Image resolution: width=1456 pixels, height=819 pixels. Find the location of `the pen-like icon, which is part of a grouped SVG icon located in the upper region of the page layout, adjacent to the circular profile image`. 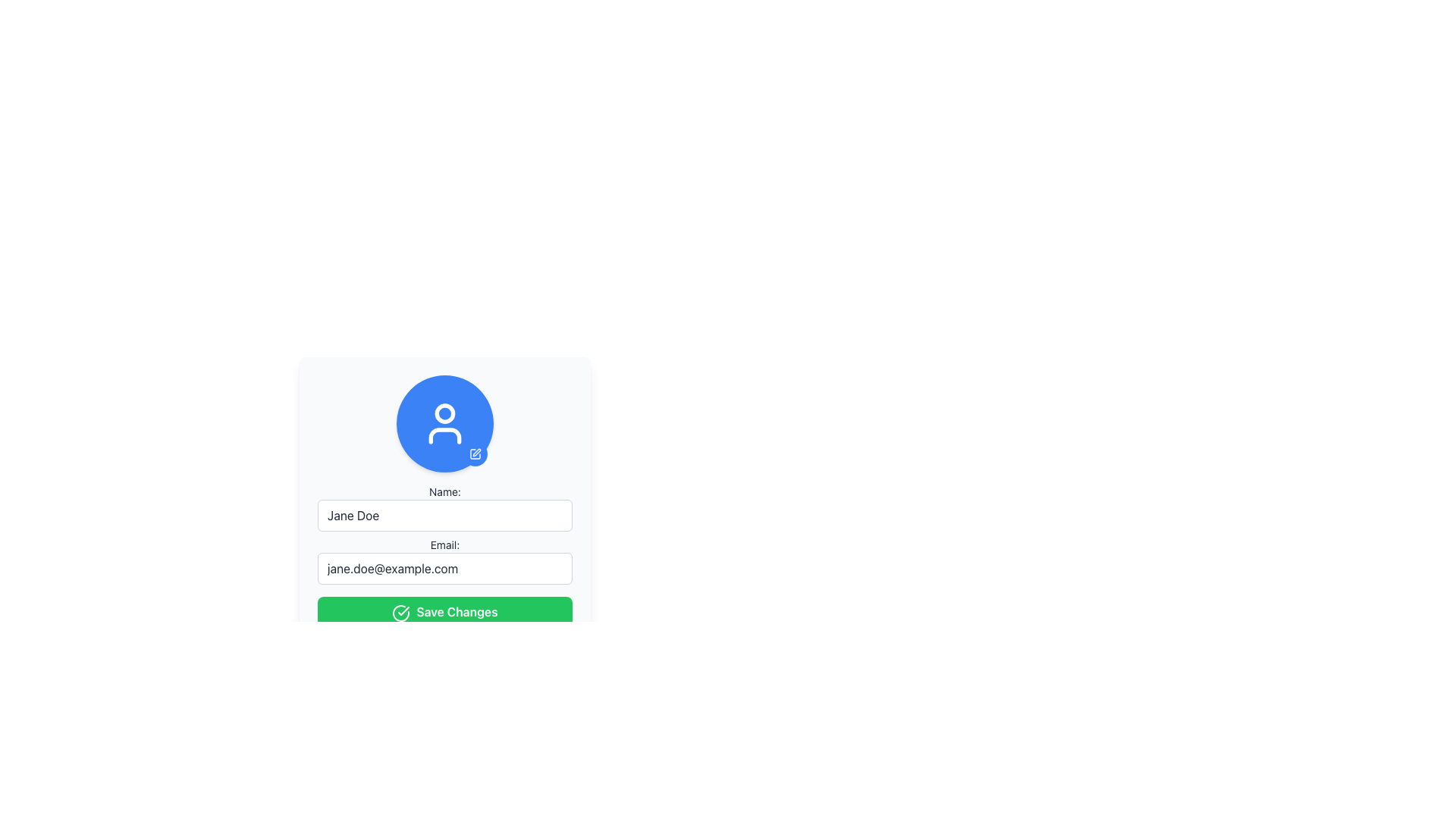

the pen-like icon, which is part of a grouped SVG icon located in the upper region of the page layout, adjacent to the circular profile image is located at coordinates (475, 452).